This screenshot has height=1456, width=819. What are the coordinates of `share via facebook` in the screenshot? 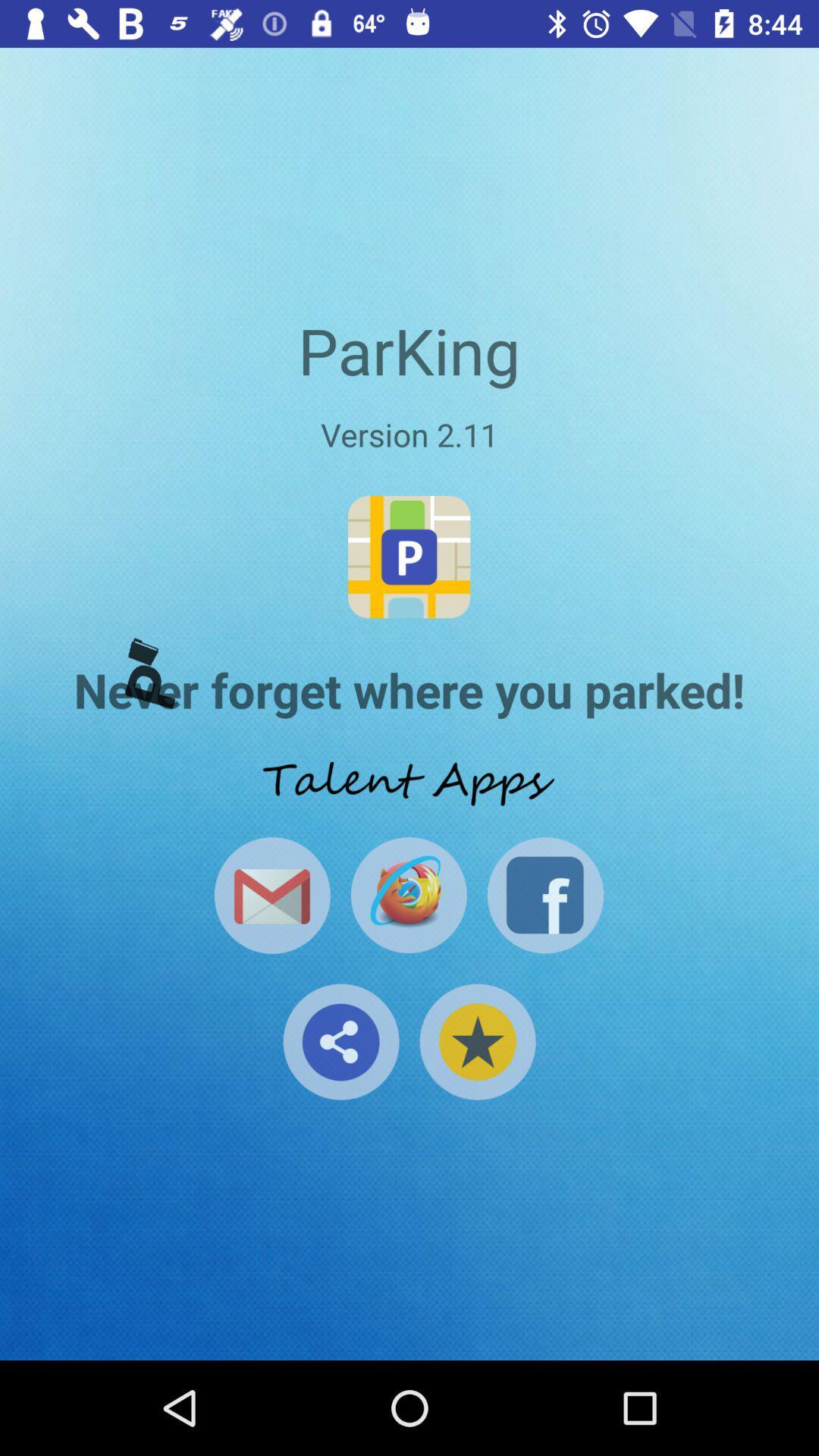 It's located at (544, 895).